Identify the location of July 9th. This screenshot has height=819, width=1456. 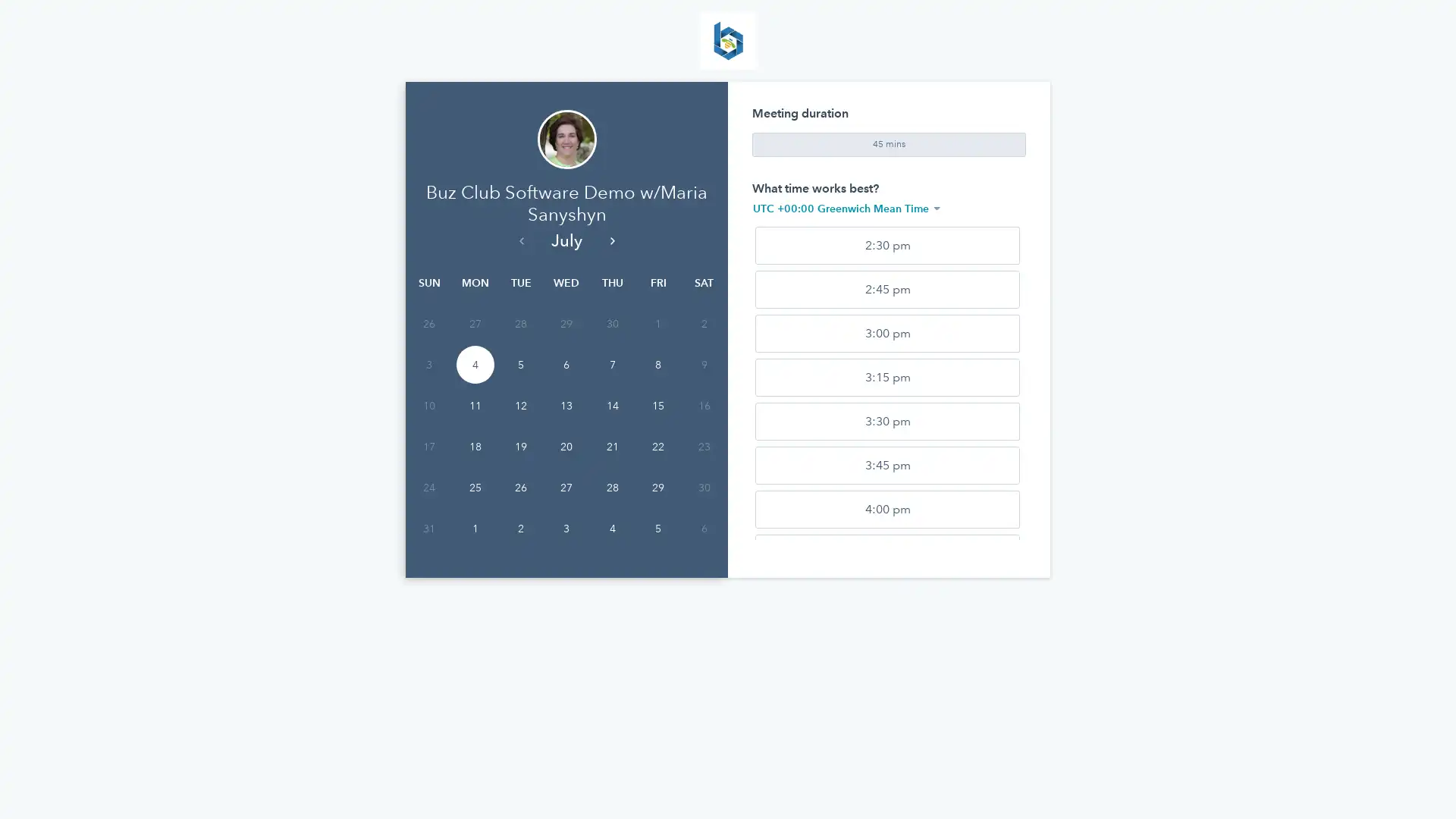
(702, 365).